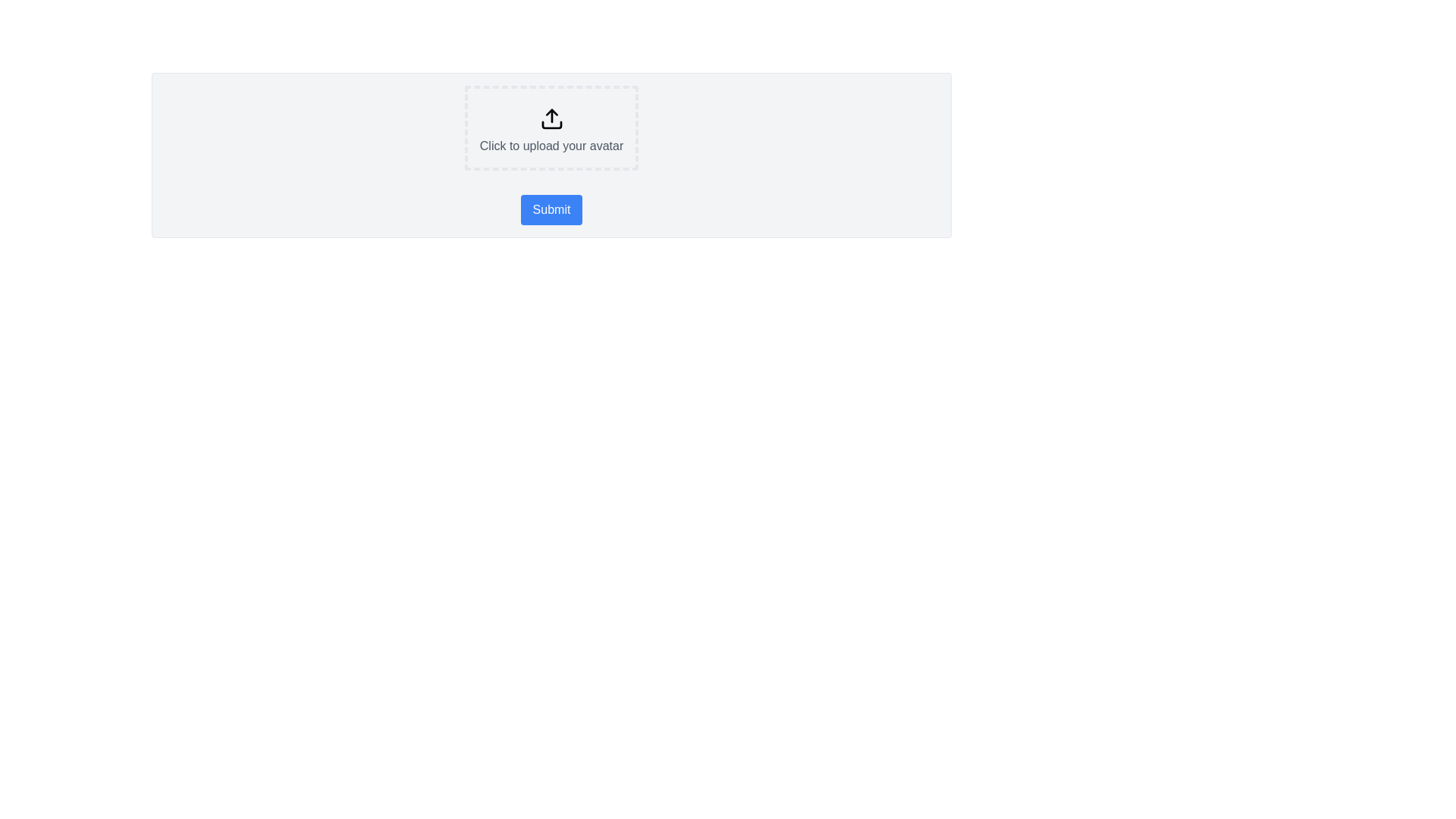 Image resolution: width=1456 pixels, height=819 pixels. I want to click on the horizontal line graphic element with a rectangular structure, which is part of the SVG icon for uploading an avatar, positioned at the center of the dotted rectangular area, so click(551, 124).